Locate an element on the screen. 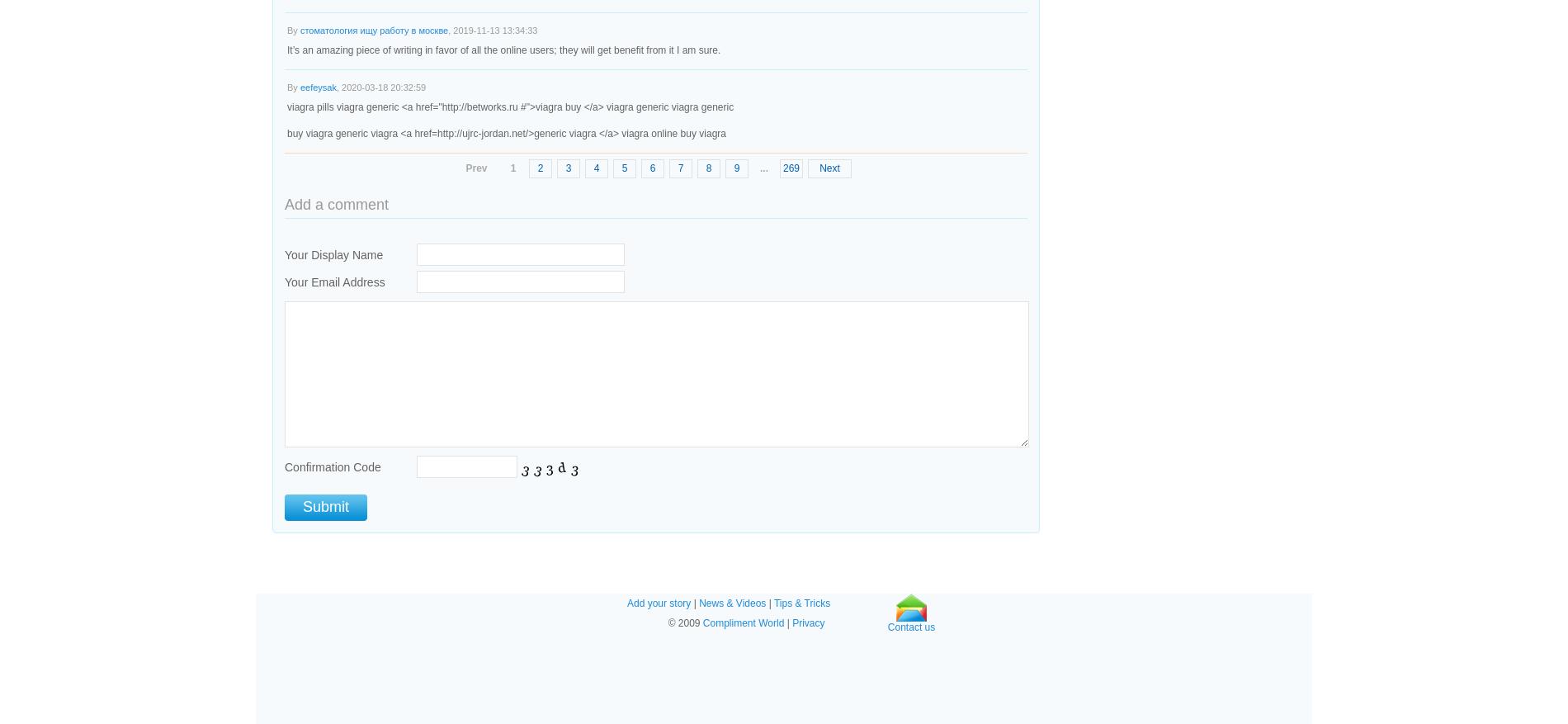 This screenshot has height=724, width=1568. 'Add a comment' is located at coordinates (335, 205).